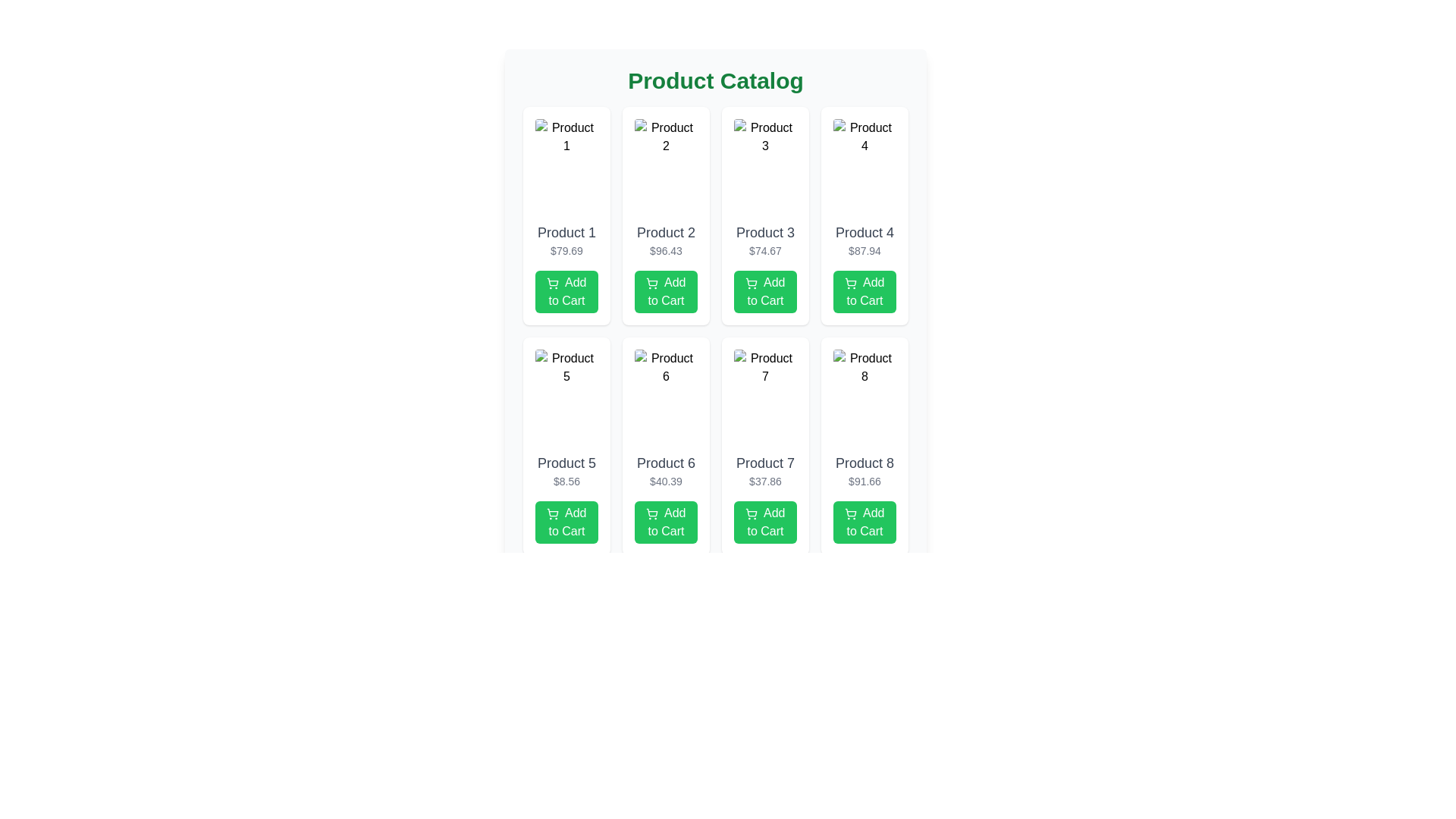 Image resolution: width=1456 pixels, height=819 pixels. Describe the element at coordinates (752, 281) in the screenshot. I see `the shopping cart icon within the 'Add to Cart' button for Product 3 in the catalog layout` at that location.